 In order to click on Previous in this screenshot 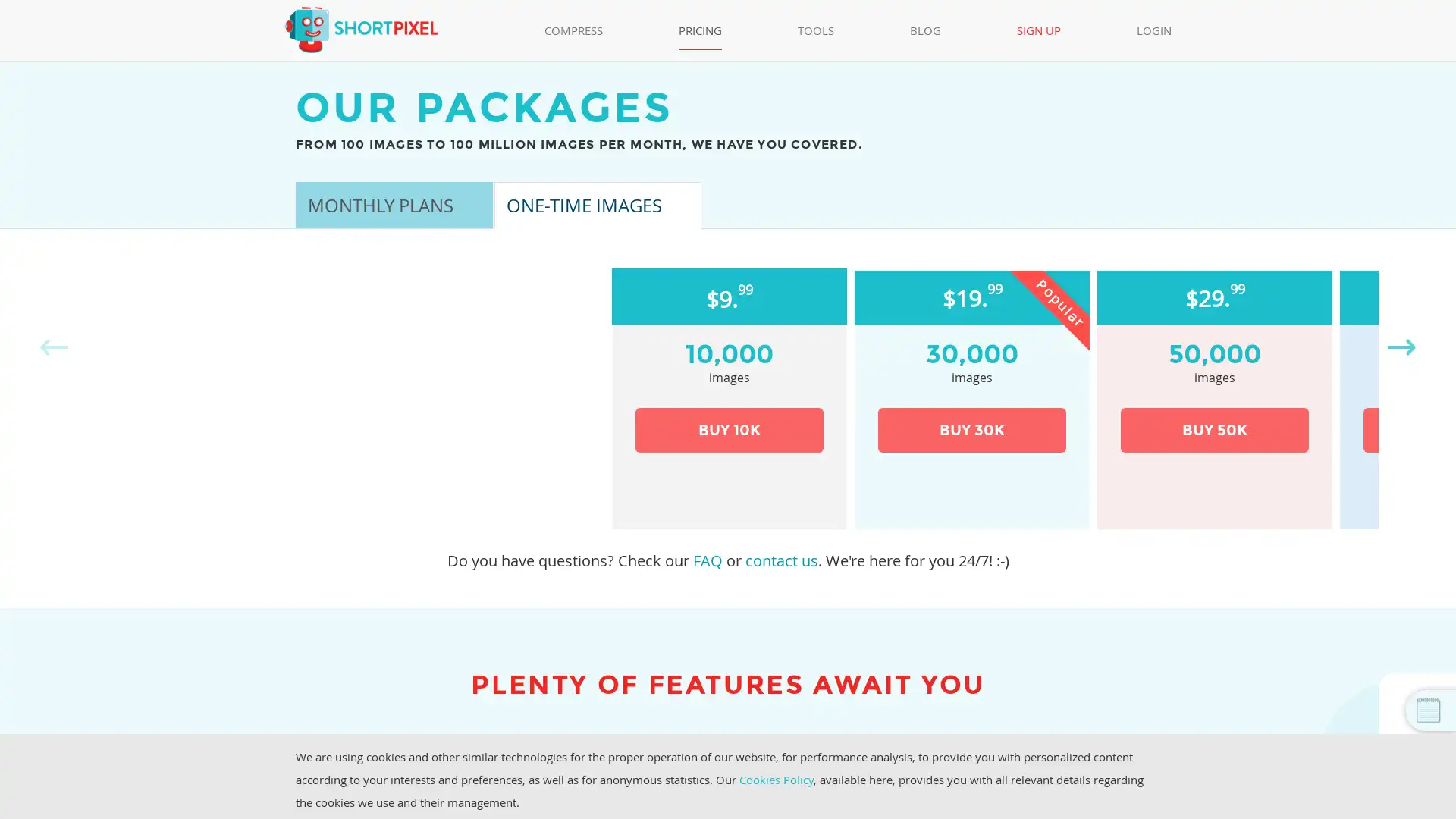, I will do `click(55, 346)`.